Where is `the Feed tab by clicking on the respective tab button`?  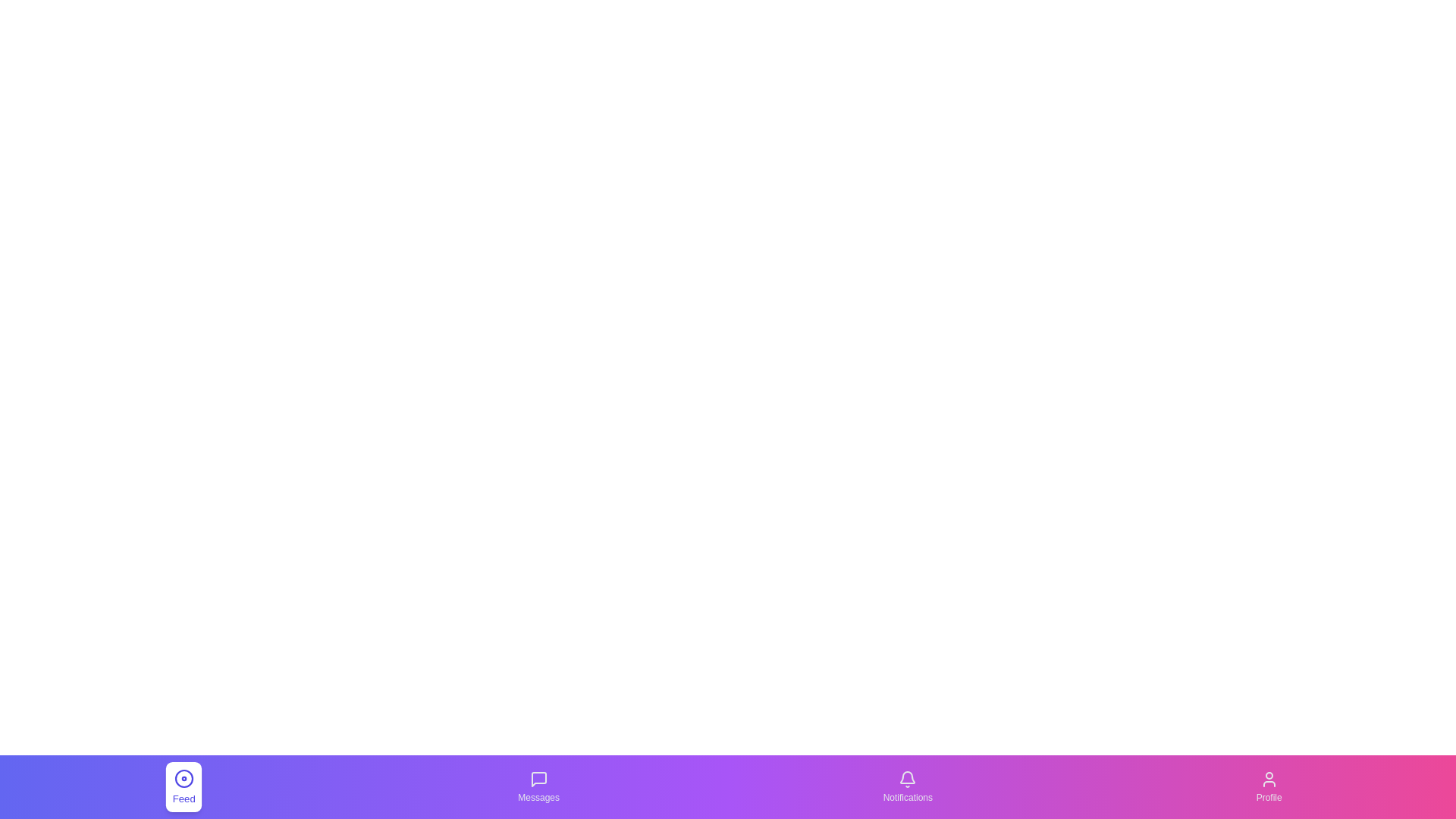
the Feed tab by clicking on the respective tab button is located at coordinates (184, 786).